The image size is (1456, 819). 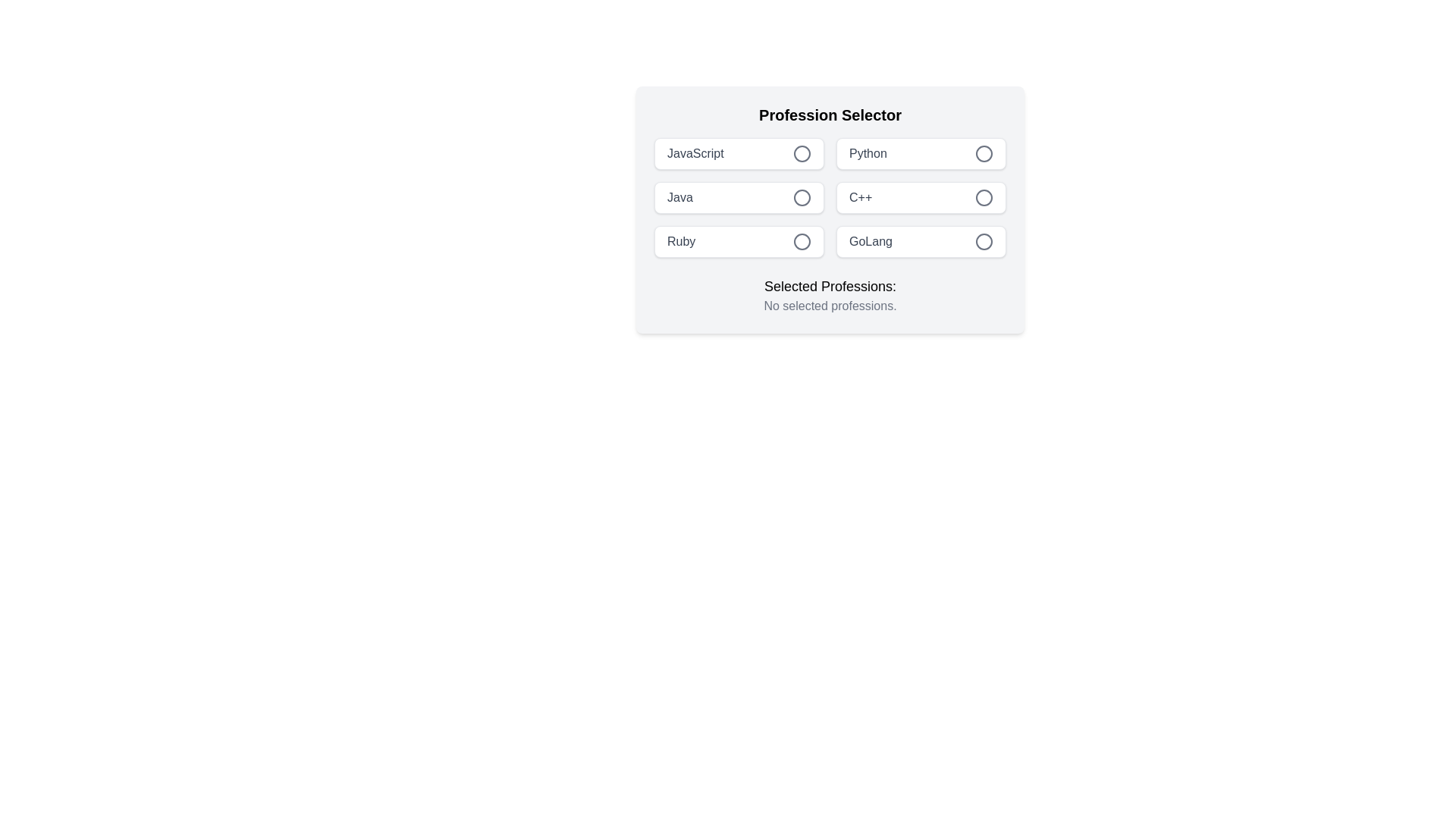 What do you see at coordinates (920, 197) in the screenshot?
I see `the selectable option for the programming language C++ located in the second row, second column of the grid` at bounding box center [920, 197].